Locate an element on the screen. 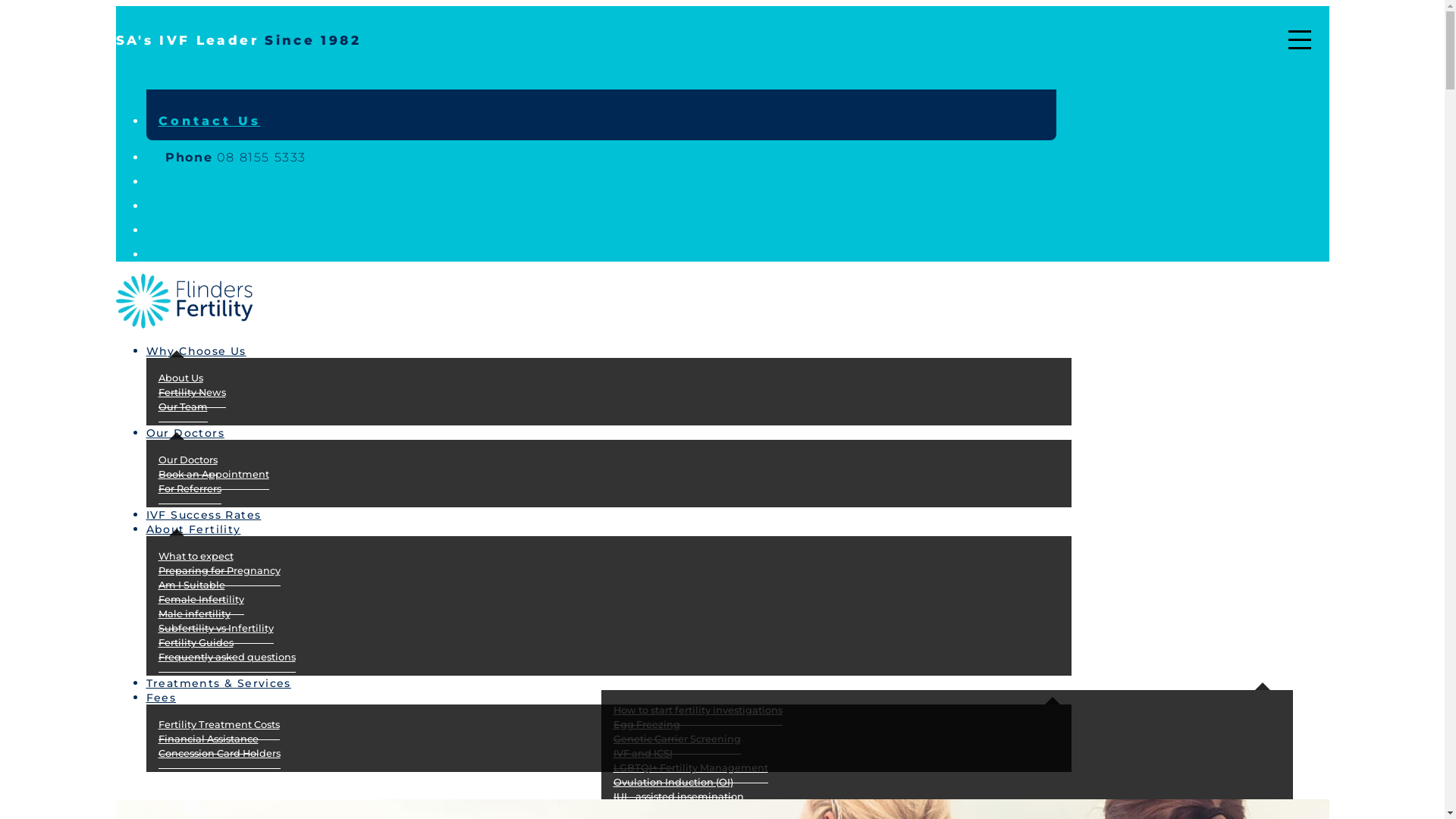  'How to start fertility investigations' is located at coordinates (696, 711).